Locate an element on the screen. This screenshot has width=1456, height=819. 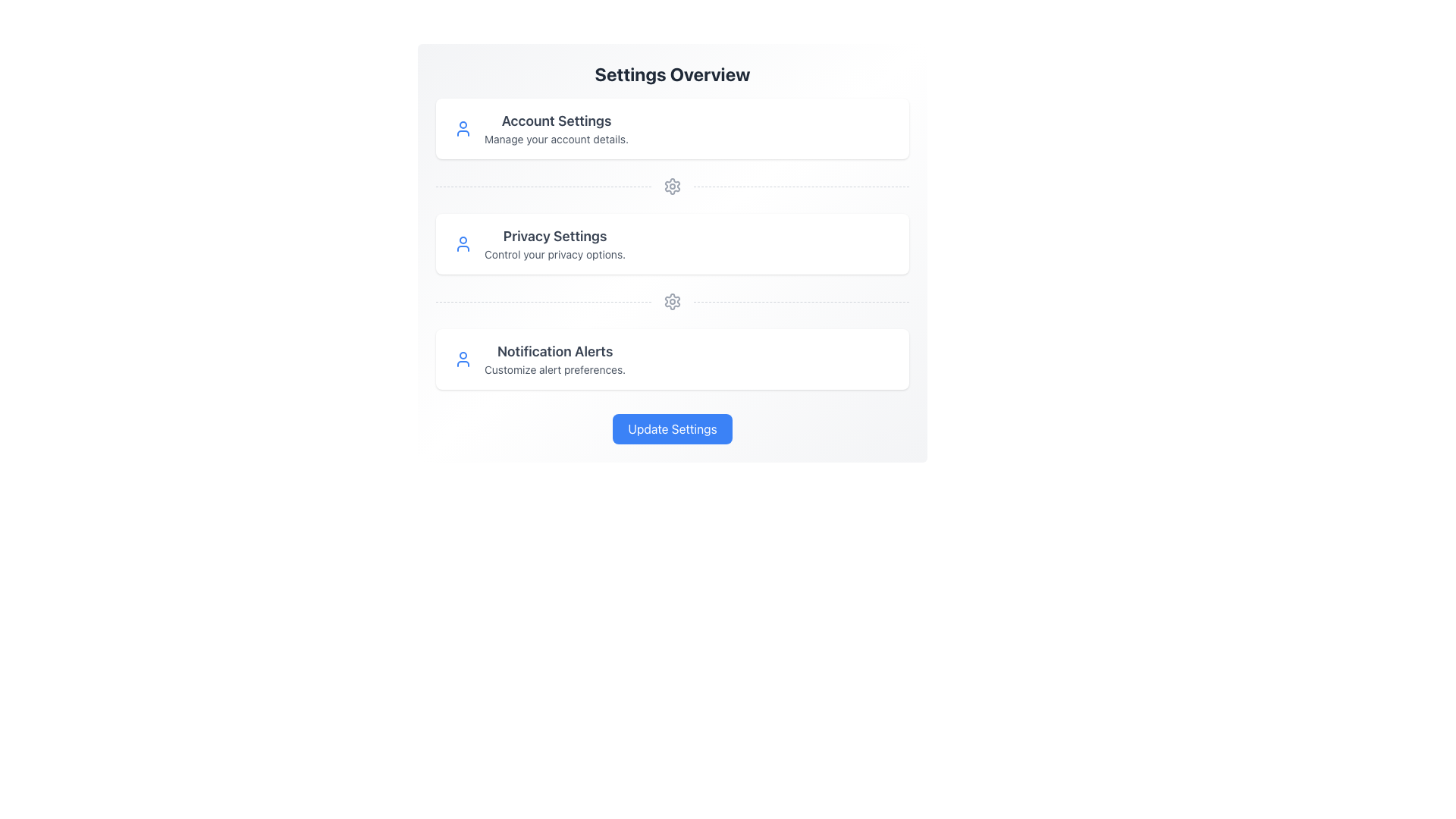
the 'Account Settings' text block, which displays the title and description for the section, positioned above 'Privacy Settings' is located at coordinates (556, 127).